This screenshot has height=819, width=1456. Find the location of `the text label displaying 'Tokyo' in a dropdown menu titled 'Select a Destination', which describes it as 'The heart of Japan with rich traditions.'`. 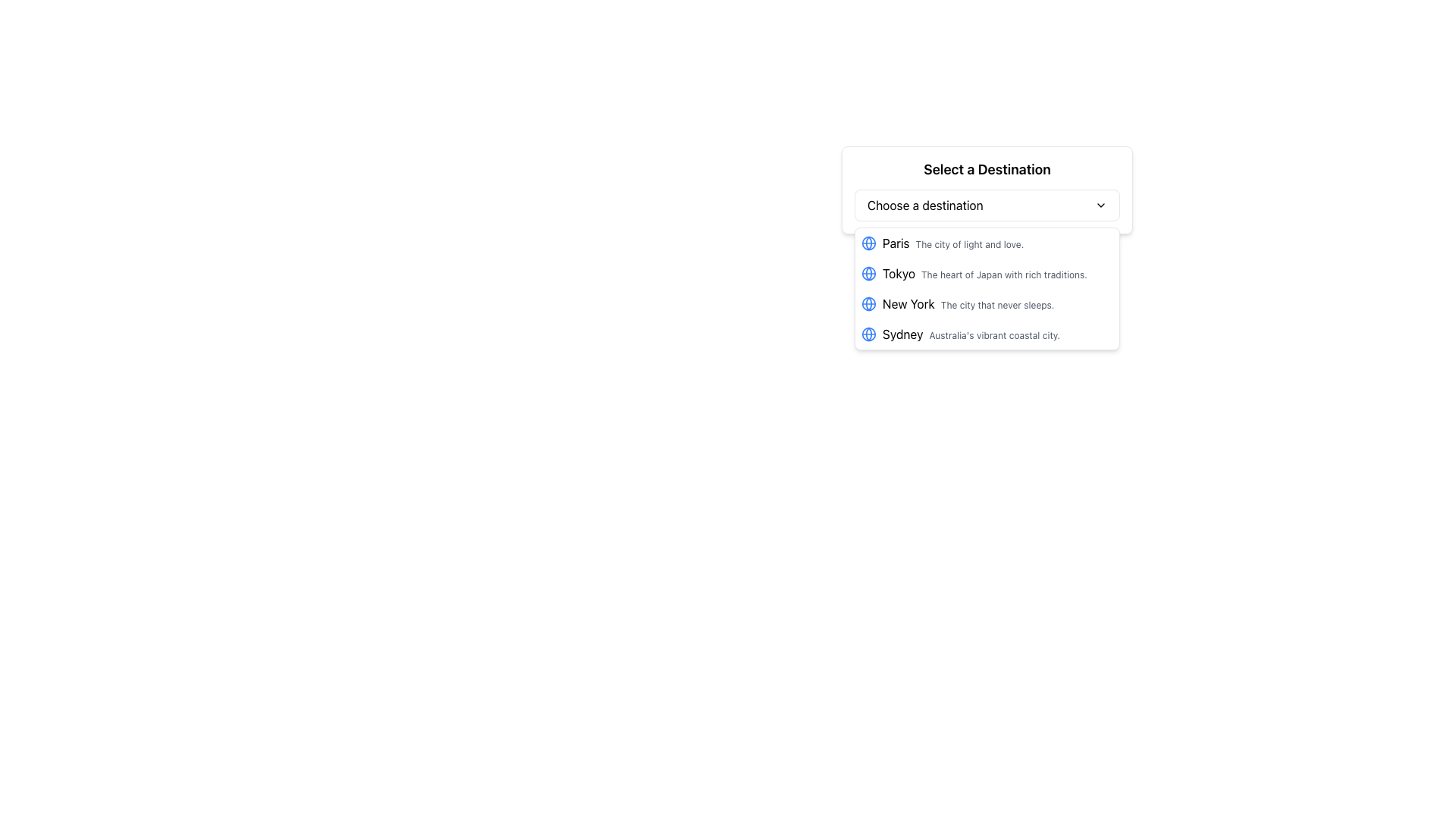

the text label displaying 'Tokyo' in a dropdown menu titled 'Select a Destination', which describes it as 'The heart of Japan with rich traditions.' is located at coordinates (984, 274).